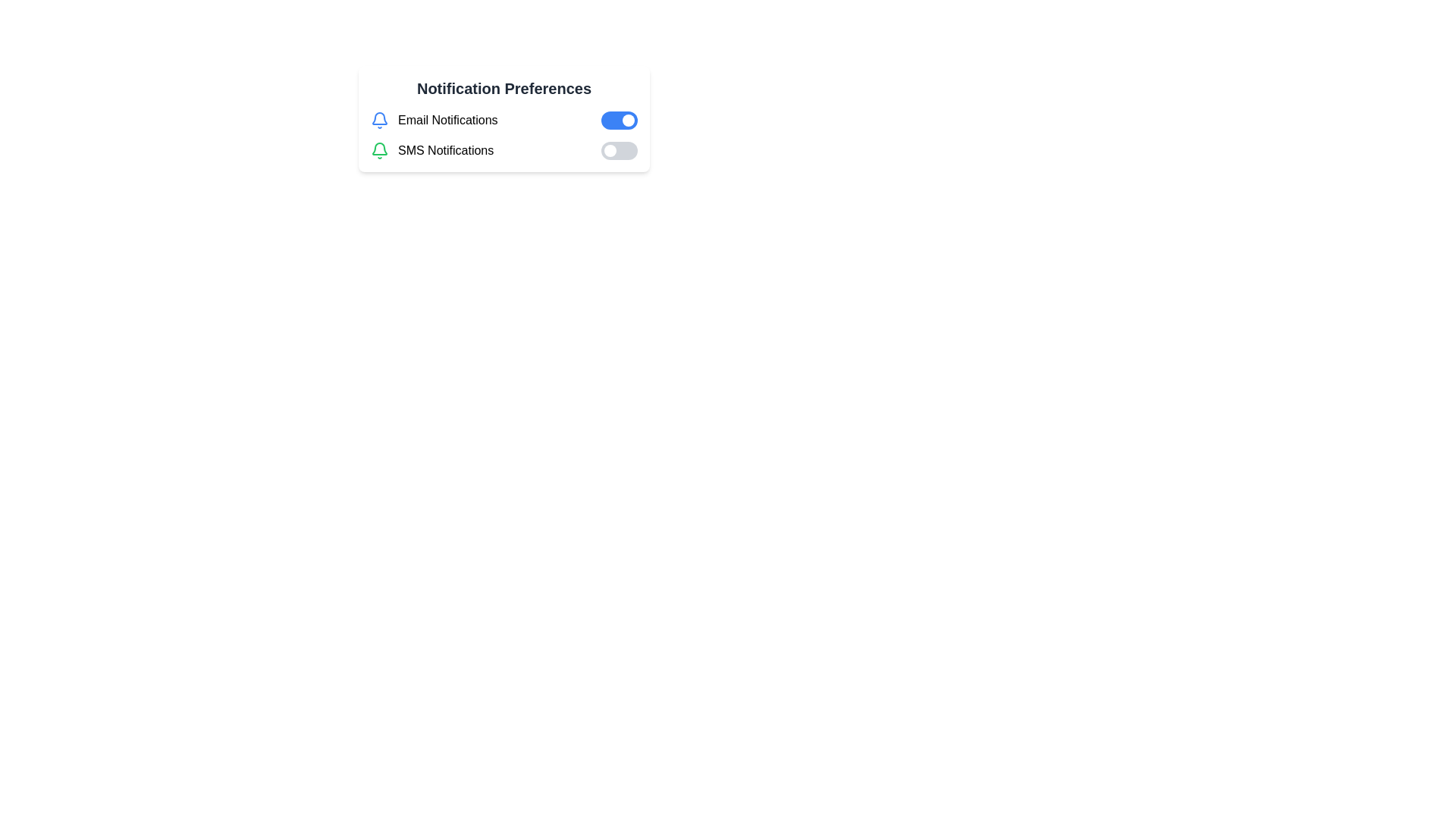 This screenshot has width=1456, height=819. Describe the element at coordinates (379, 151) in the screenshot. I see `the green bell icon located to the left of the 'SMS Notifications' text for information` at that location.